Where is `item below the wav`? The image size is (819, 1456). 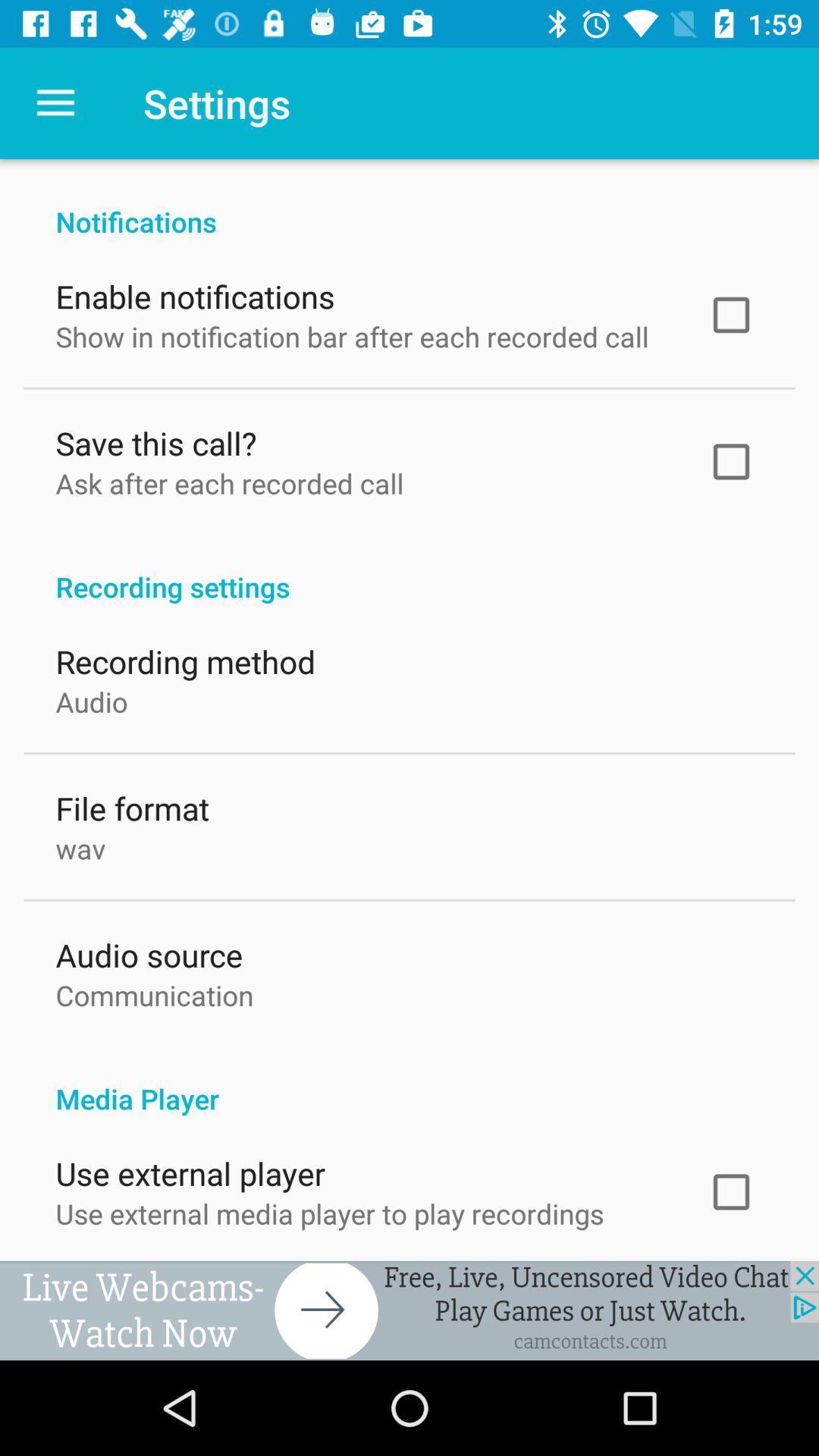 item below the wav is located at coordinates (149, 950).